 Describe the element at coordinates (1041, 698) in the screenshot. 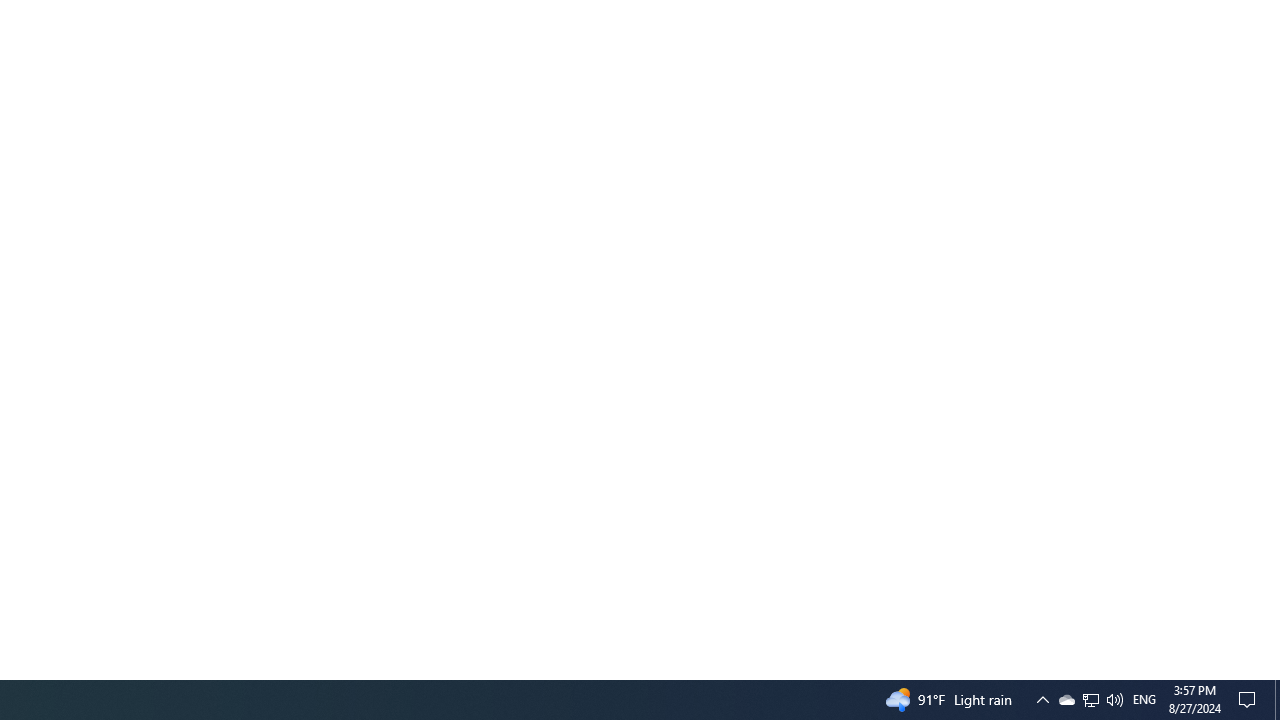

I see `'Notification Chevron'` at that location.